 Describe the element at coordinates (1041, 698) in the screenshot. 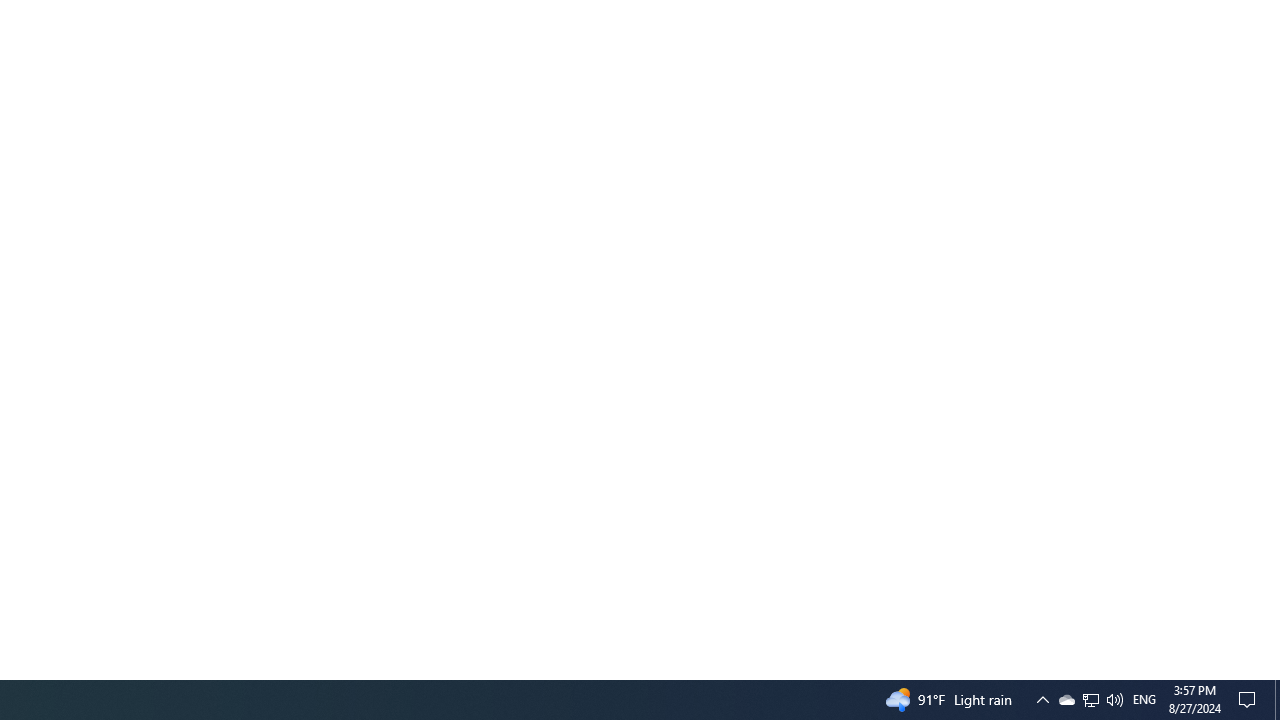

I see `'Notification Chevron'` at that location.